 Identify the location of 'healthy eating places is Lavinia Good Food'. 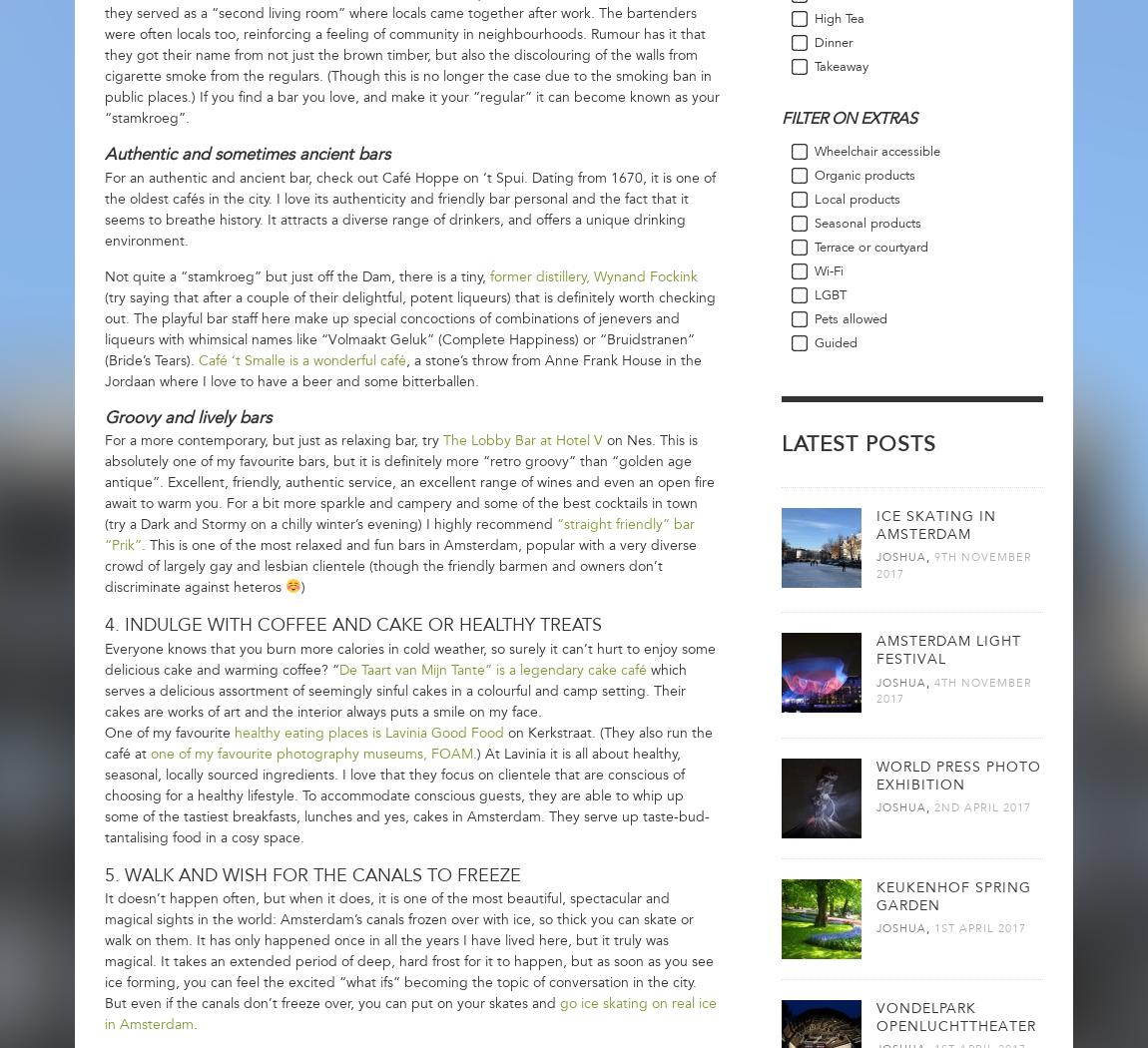
(368, 731).